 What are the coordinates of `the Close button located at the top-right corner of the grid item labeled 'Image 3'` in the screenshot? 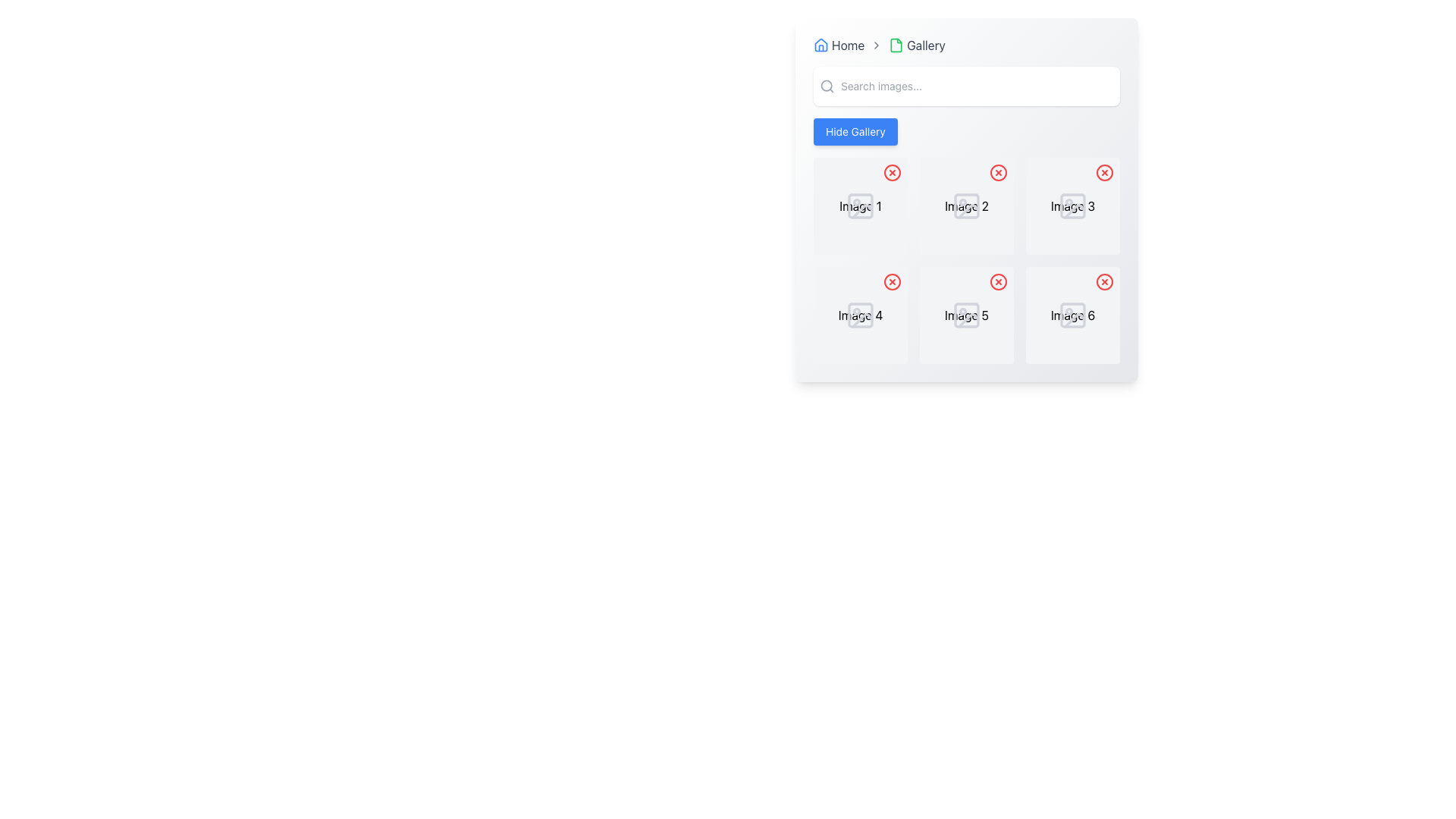 It's located at (1105, 171).